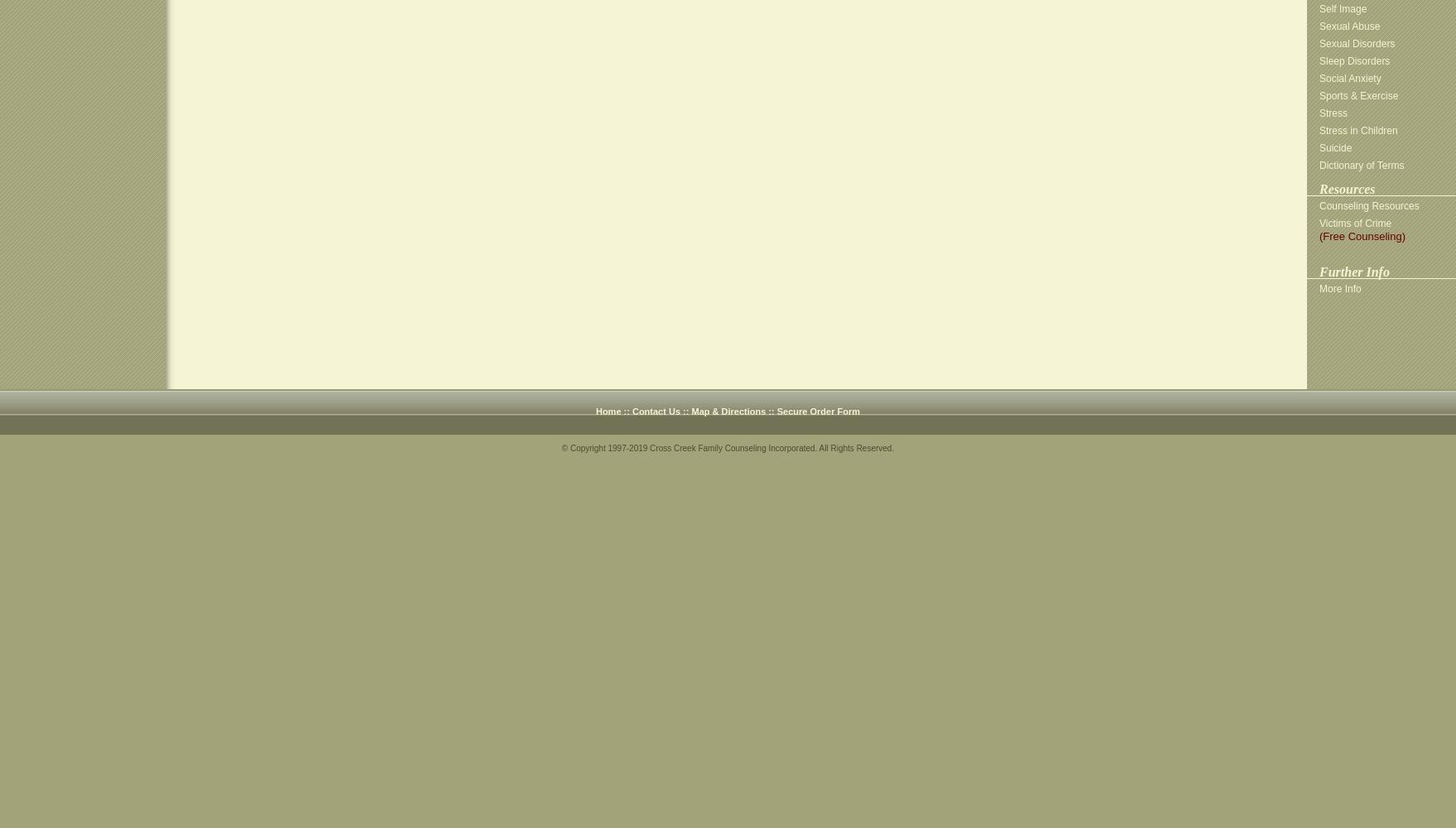 This screenshot has height=828, width=1456. What do you see at coordinates (1319, 44) in the screenshot?
I see `'Sexual Disorders'` at bounding box center [1319, 44].